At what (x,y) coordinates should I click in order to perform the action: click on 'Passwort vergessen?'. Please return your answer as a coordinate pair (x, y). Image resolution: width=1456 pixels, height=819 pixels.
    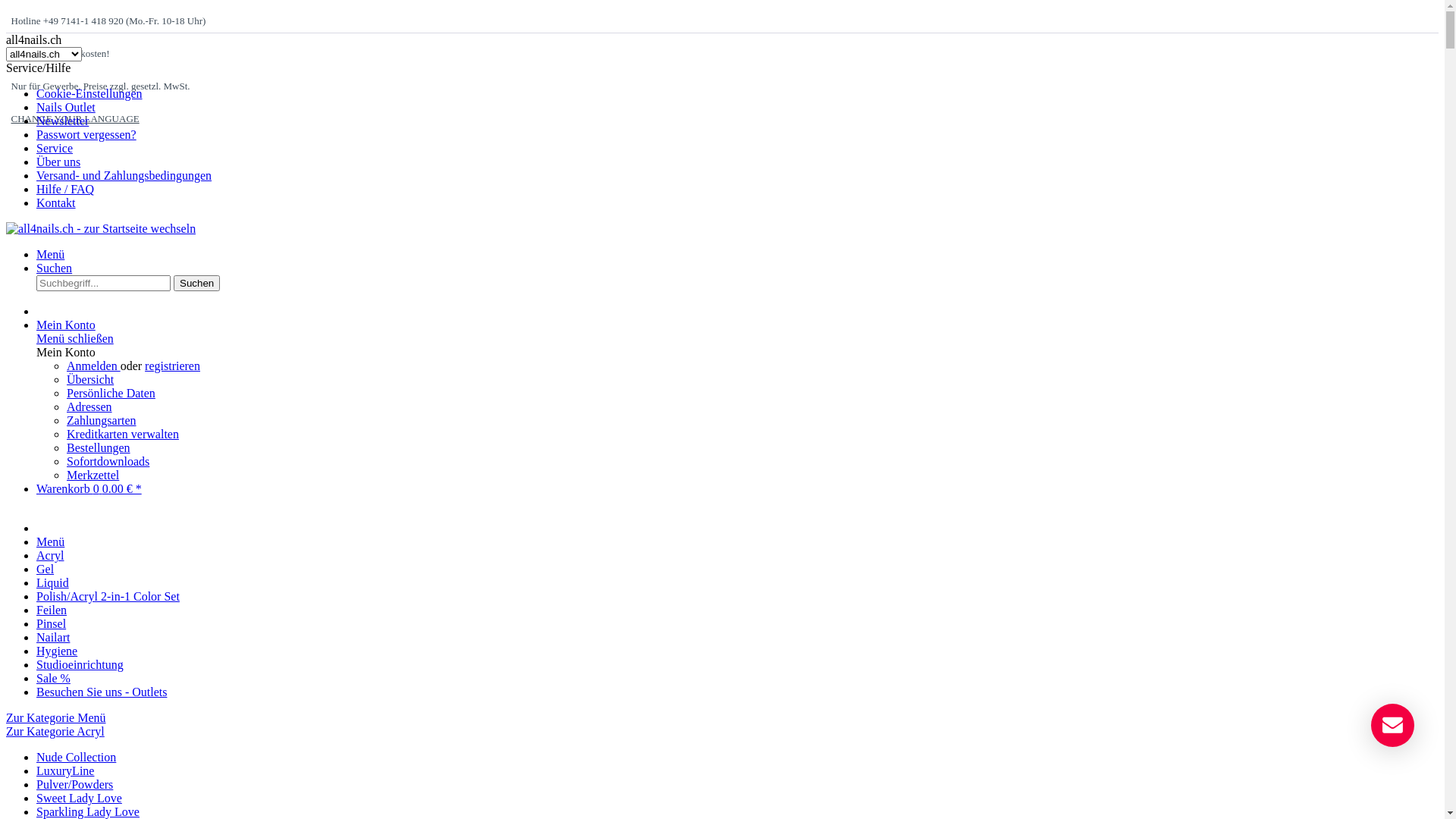
    Looking at the image, I should click on (86, 133).